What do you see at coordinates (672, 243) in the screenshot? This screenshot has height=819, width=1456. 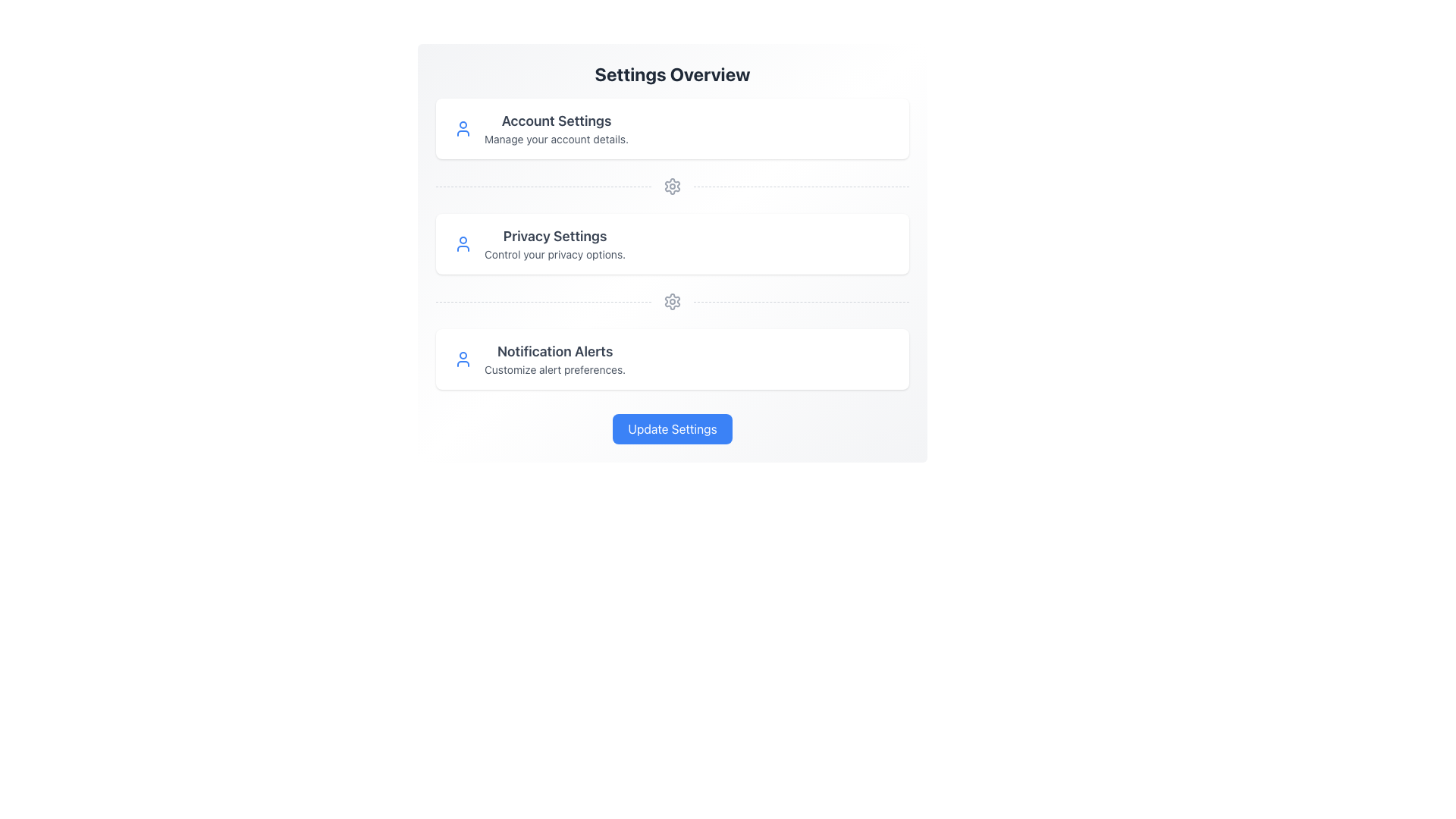 I see `the informational Card related to user privacy settings, which is the second item in the vertical list of setting options` at bounding box center [672, 243].